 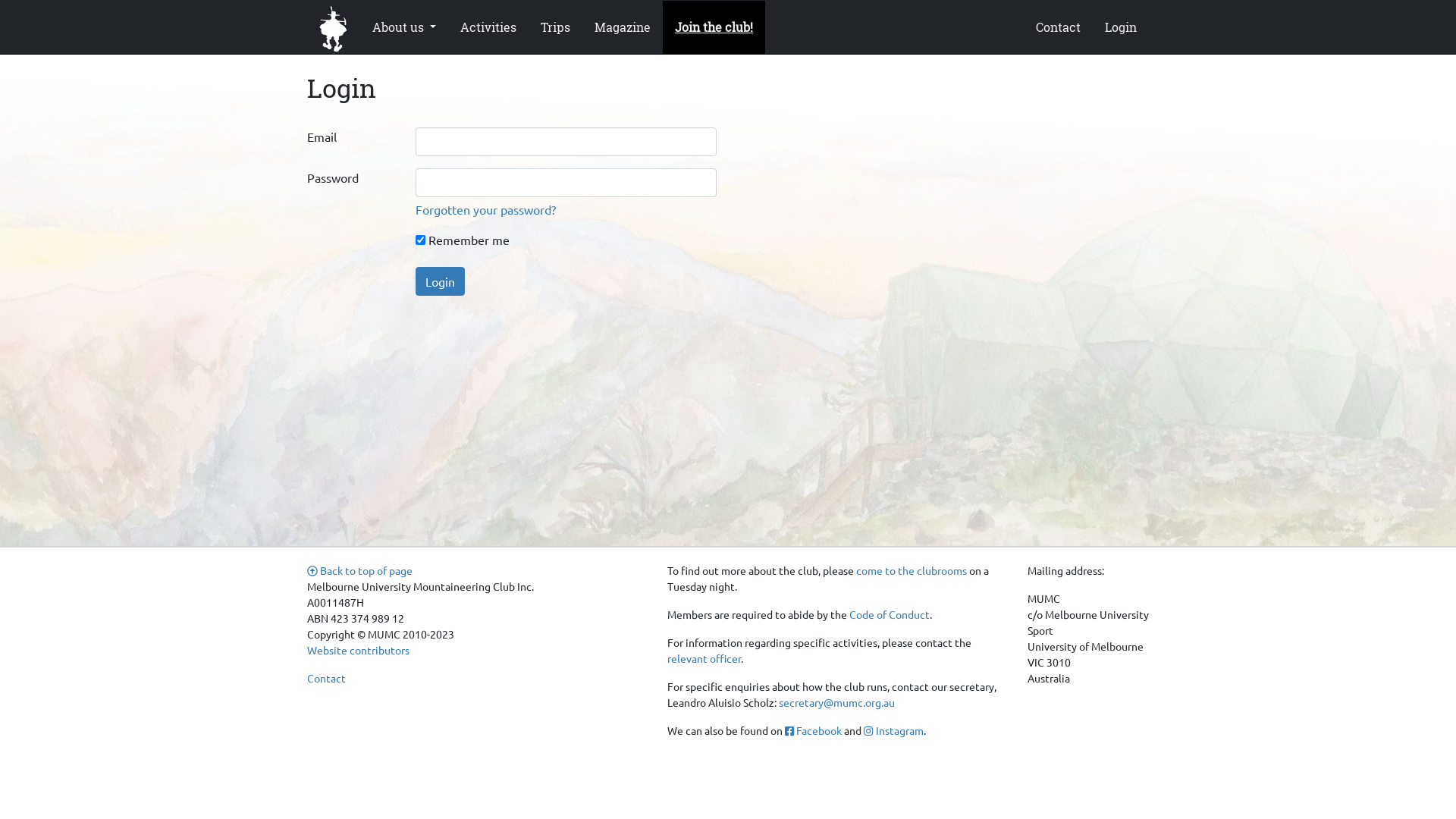 What do you see at coordinates (359, 570) in the screenshot?
I see `'Back to top of page'` at bounding box center [359, 570].